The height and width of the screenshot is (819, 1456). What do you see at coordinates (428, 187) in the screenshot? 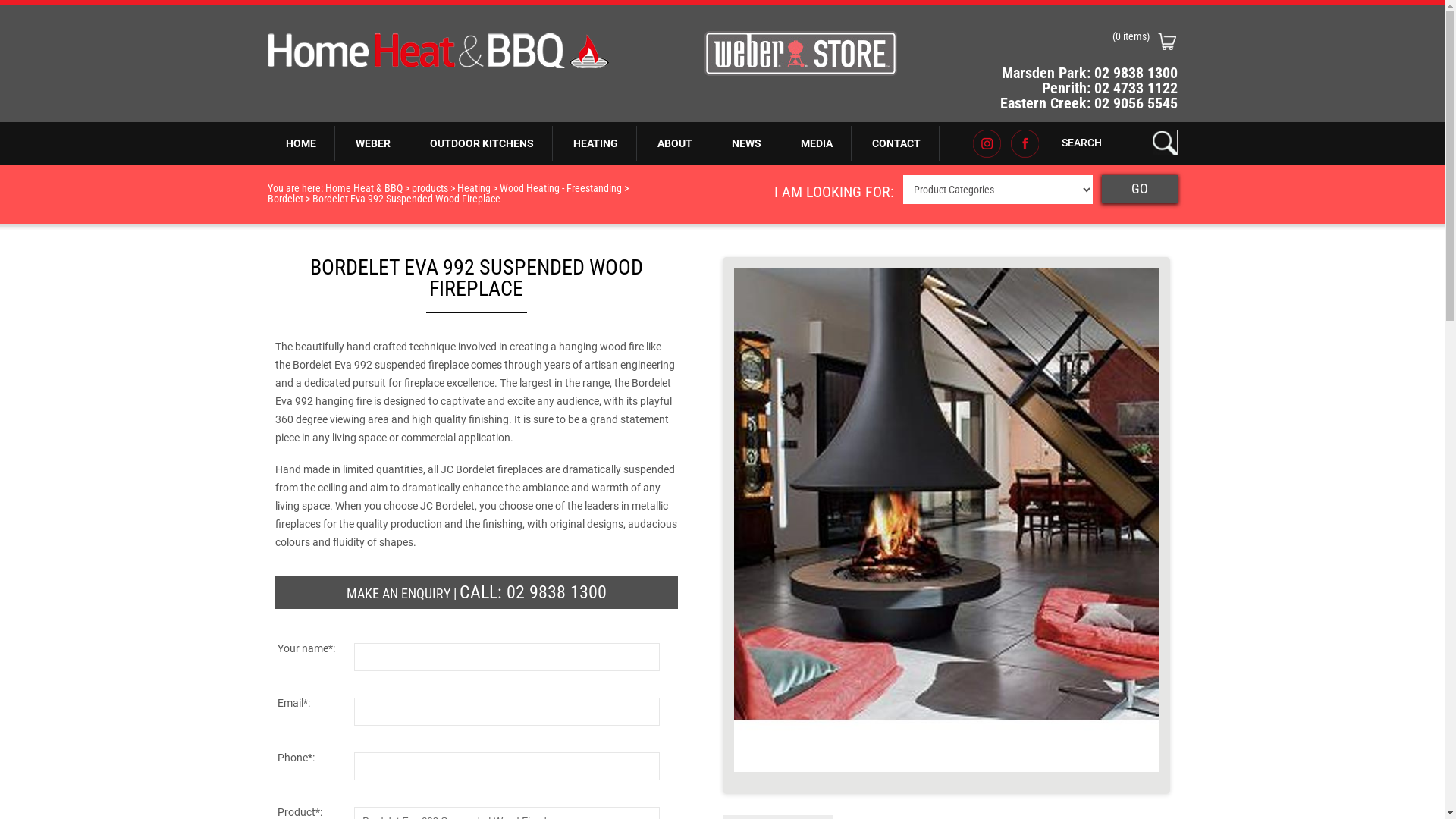
I see `'products'` at bounding box center [428, 187].